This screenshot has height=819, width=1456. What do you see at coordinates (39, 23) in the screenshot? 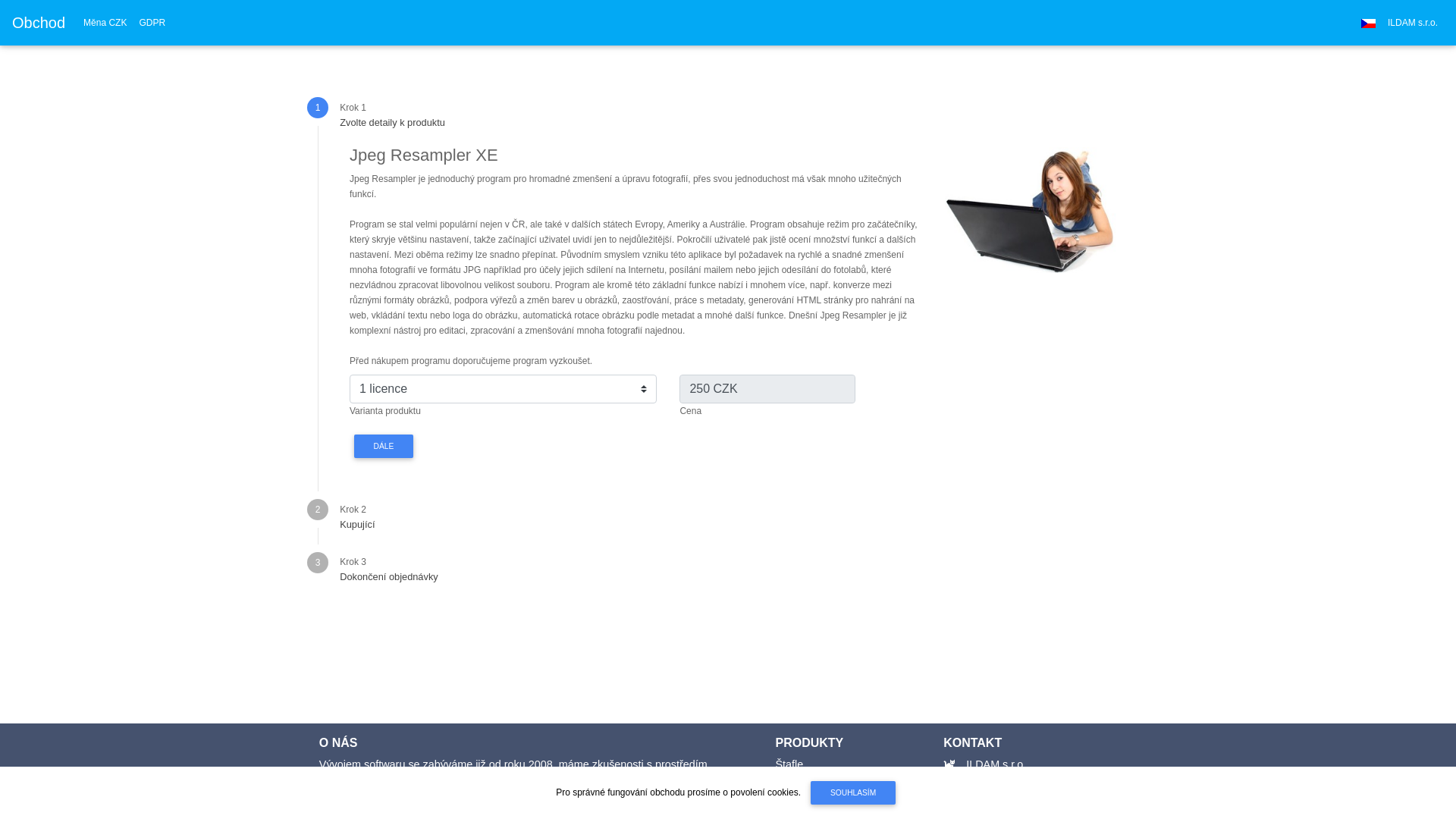
I see `'Obchod'` at bounding box center [39, 23].